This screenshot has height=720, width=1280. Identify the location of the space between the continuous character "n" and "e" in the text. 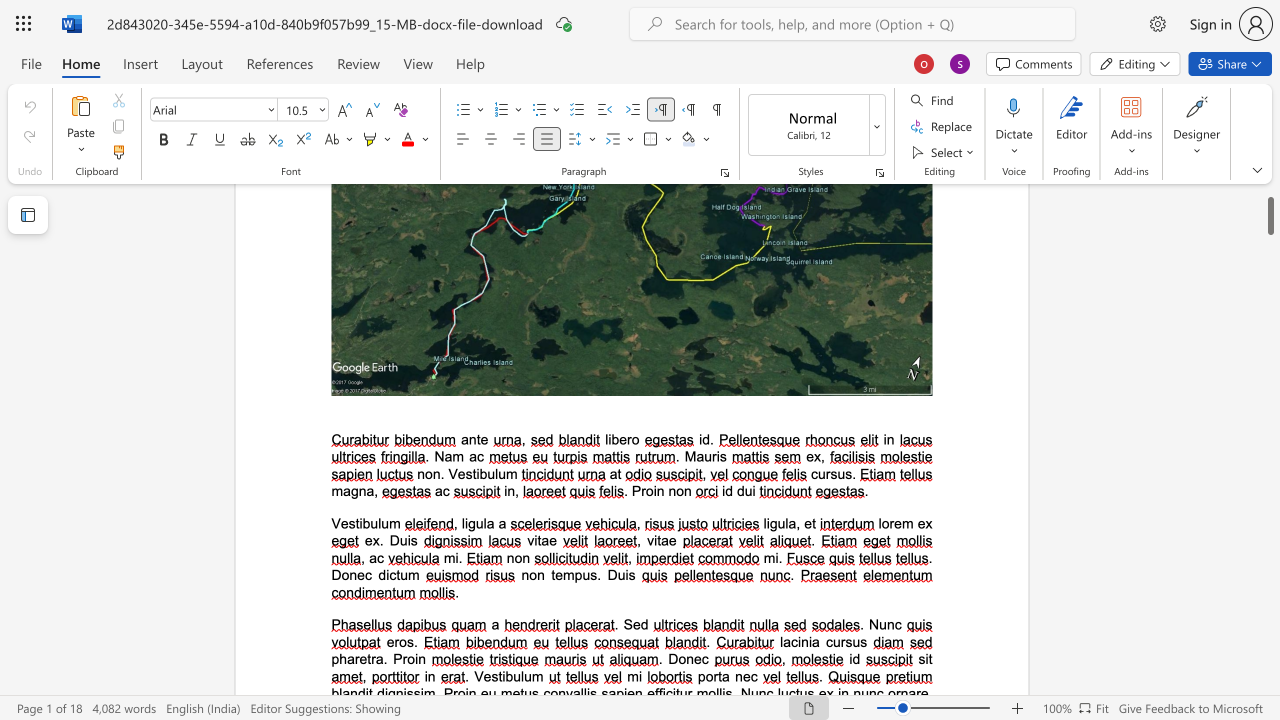
(357, 575).